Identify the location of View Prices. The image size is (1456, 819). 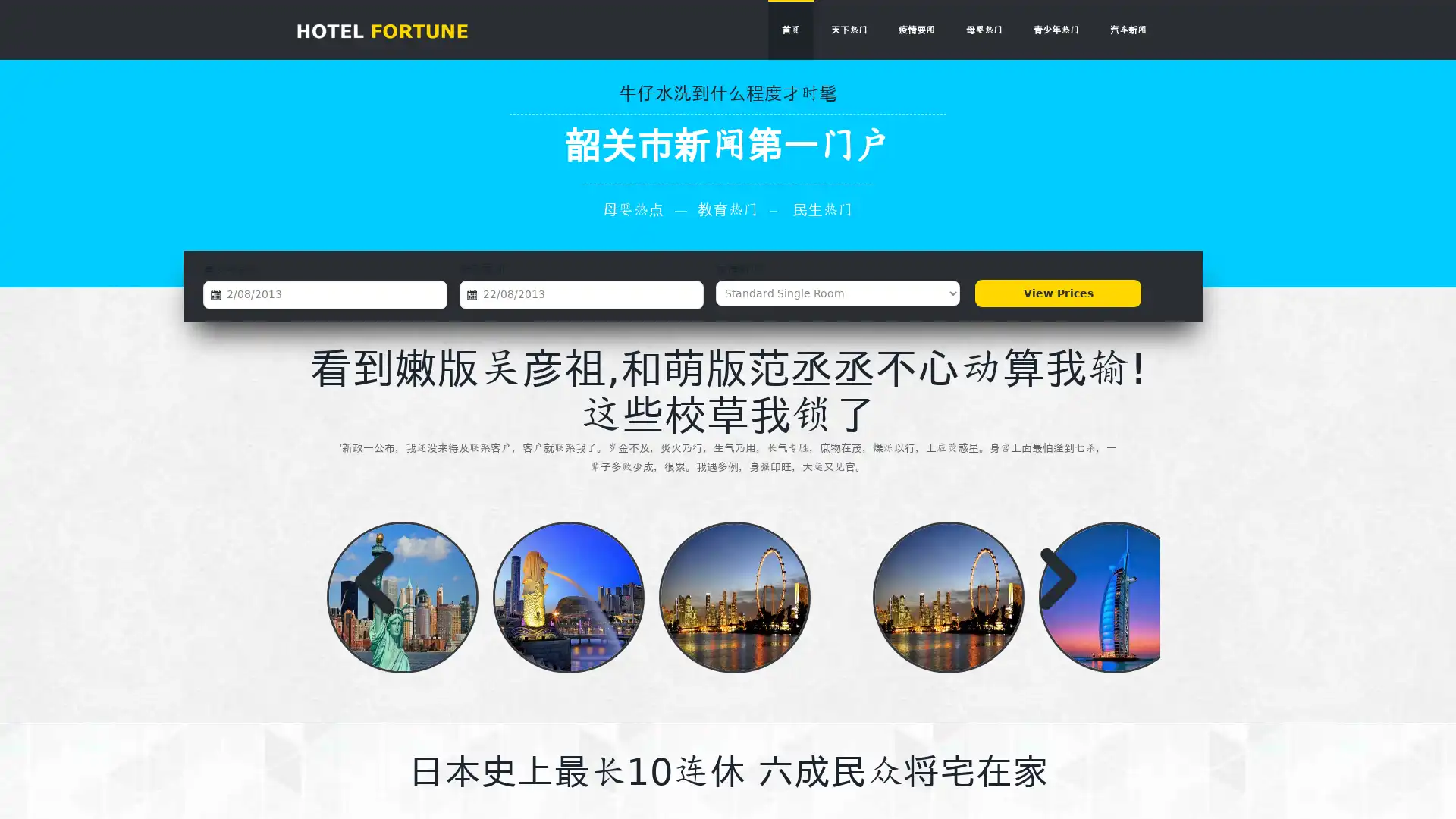
(1057, 293).